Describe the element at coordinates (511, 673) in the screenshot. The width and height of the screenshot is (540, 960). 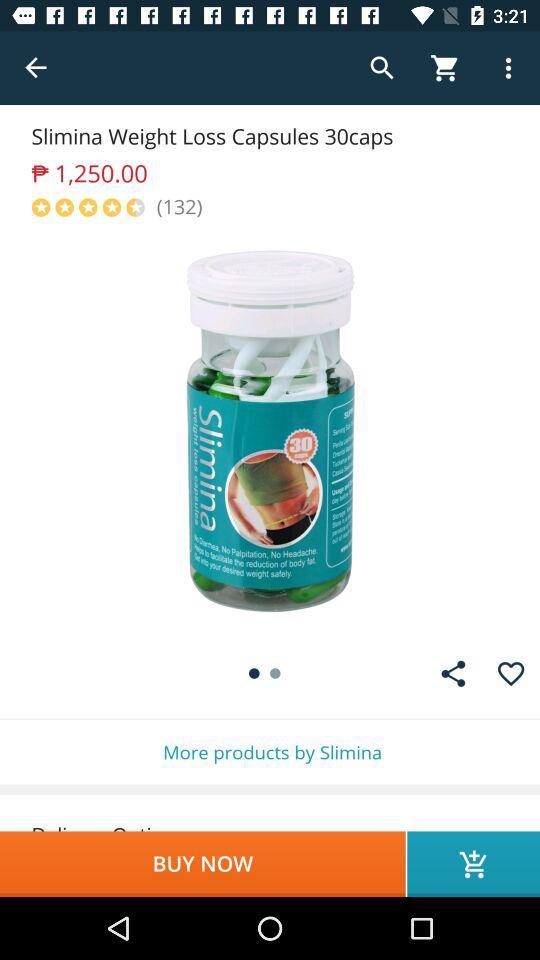
I see `the favorite icon` at that location.